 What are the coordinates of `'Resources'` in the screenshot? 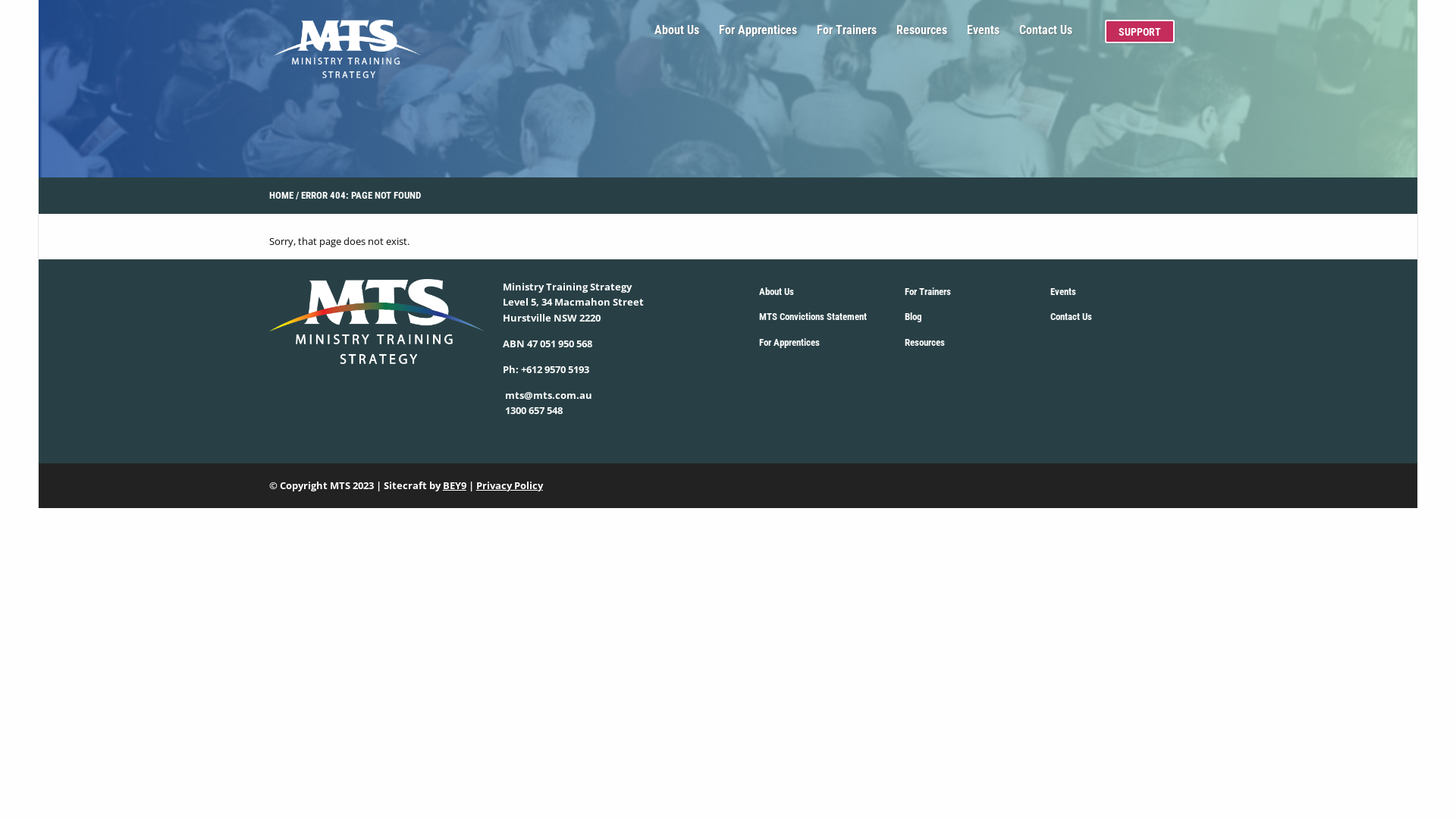 It's located at (924, 343).